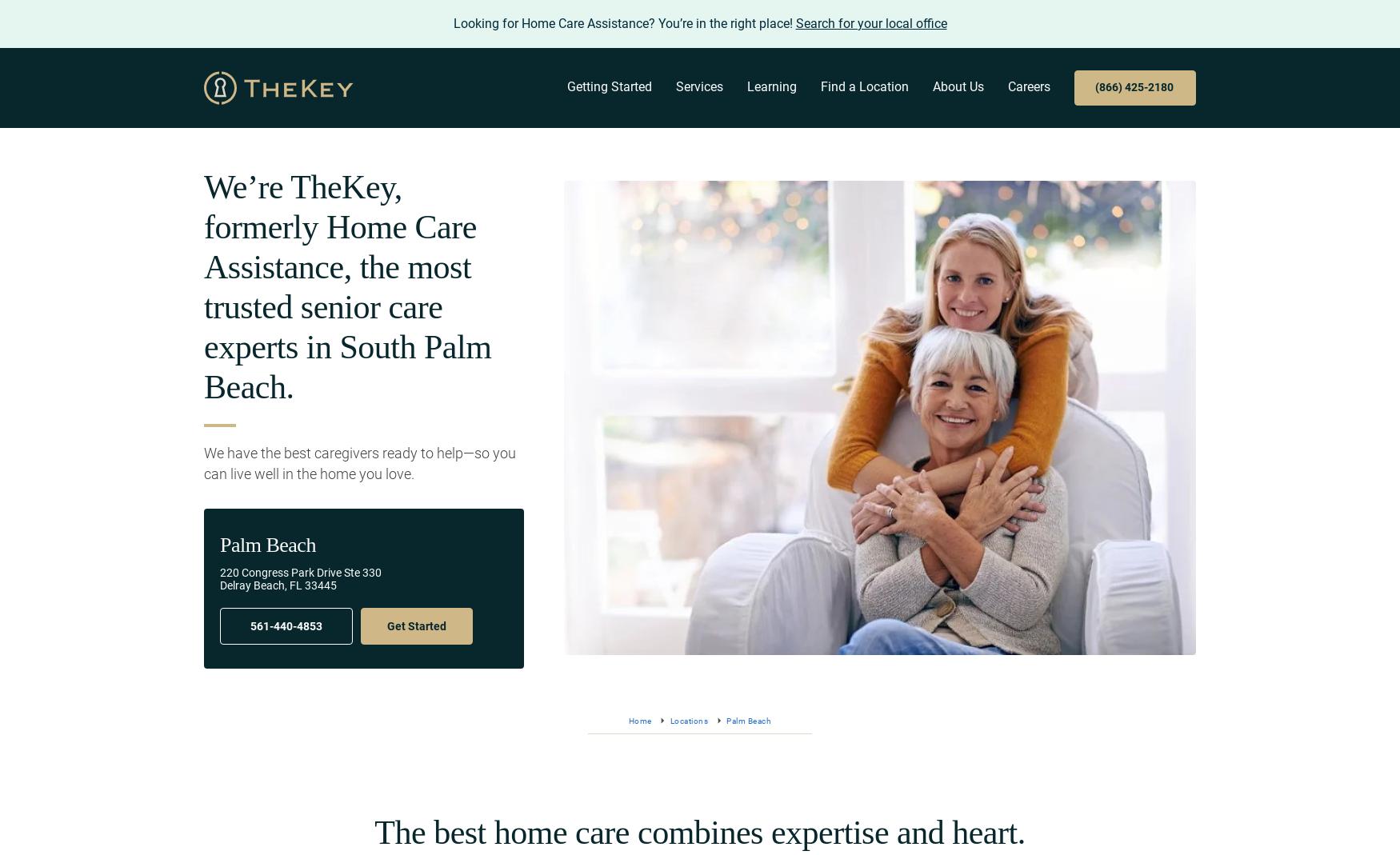 The image size is (1400, 855). What do you see at coordinates (656, 300) in the screenshot?
I see `'Specialized Care'` at bounding box center [656, 300].